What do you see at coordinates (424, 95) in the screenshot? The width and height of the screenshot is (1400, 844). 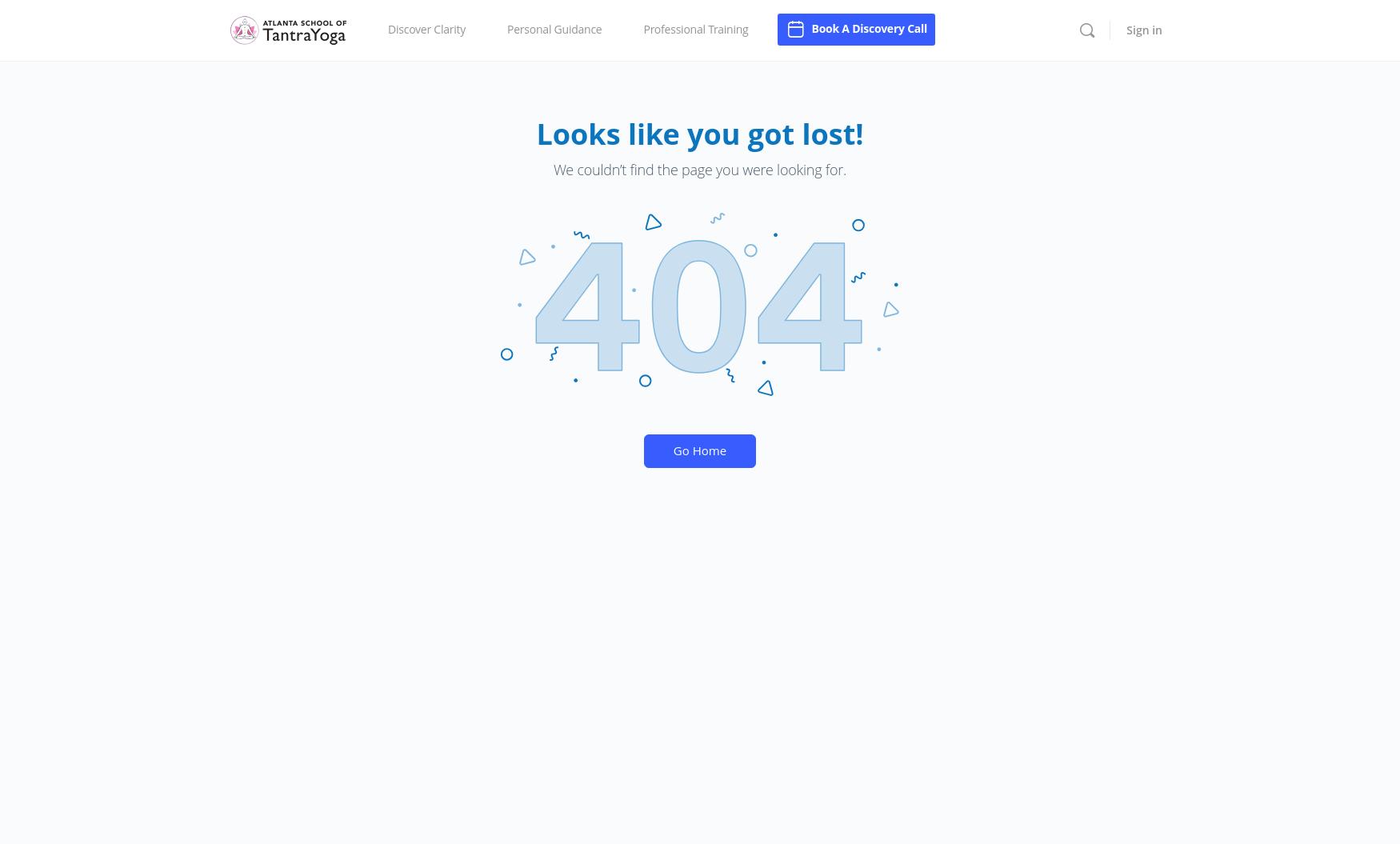 I see `'Take a Course'` at bounding box center [424, 95].